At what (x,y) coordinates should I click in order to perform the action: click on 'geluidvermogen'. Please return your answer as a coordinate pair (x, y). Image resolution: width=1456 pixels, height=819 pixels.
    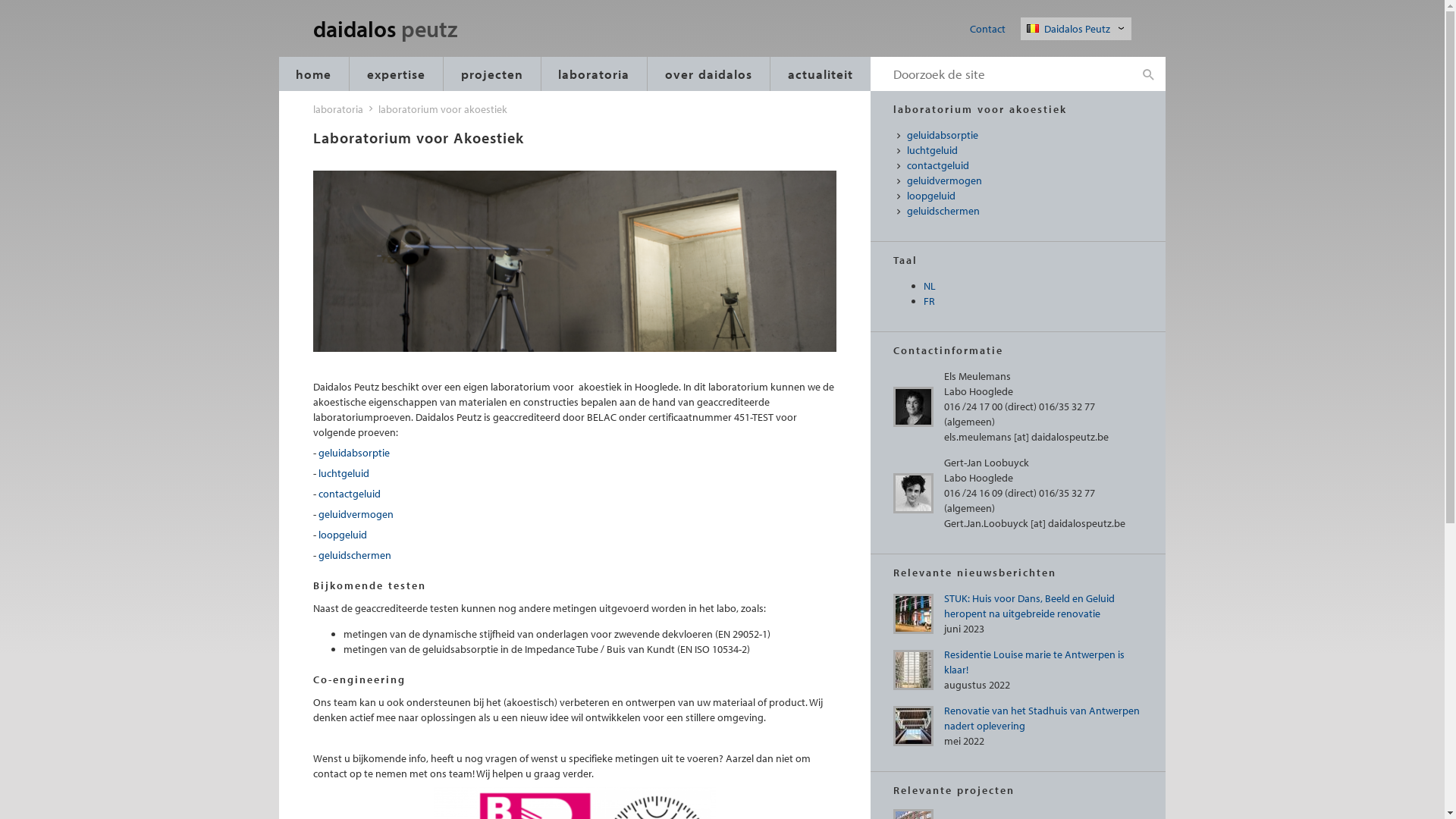
    Looking at the image, I should click on (355, 513).